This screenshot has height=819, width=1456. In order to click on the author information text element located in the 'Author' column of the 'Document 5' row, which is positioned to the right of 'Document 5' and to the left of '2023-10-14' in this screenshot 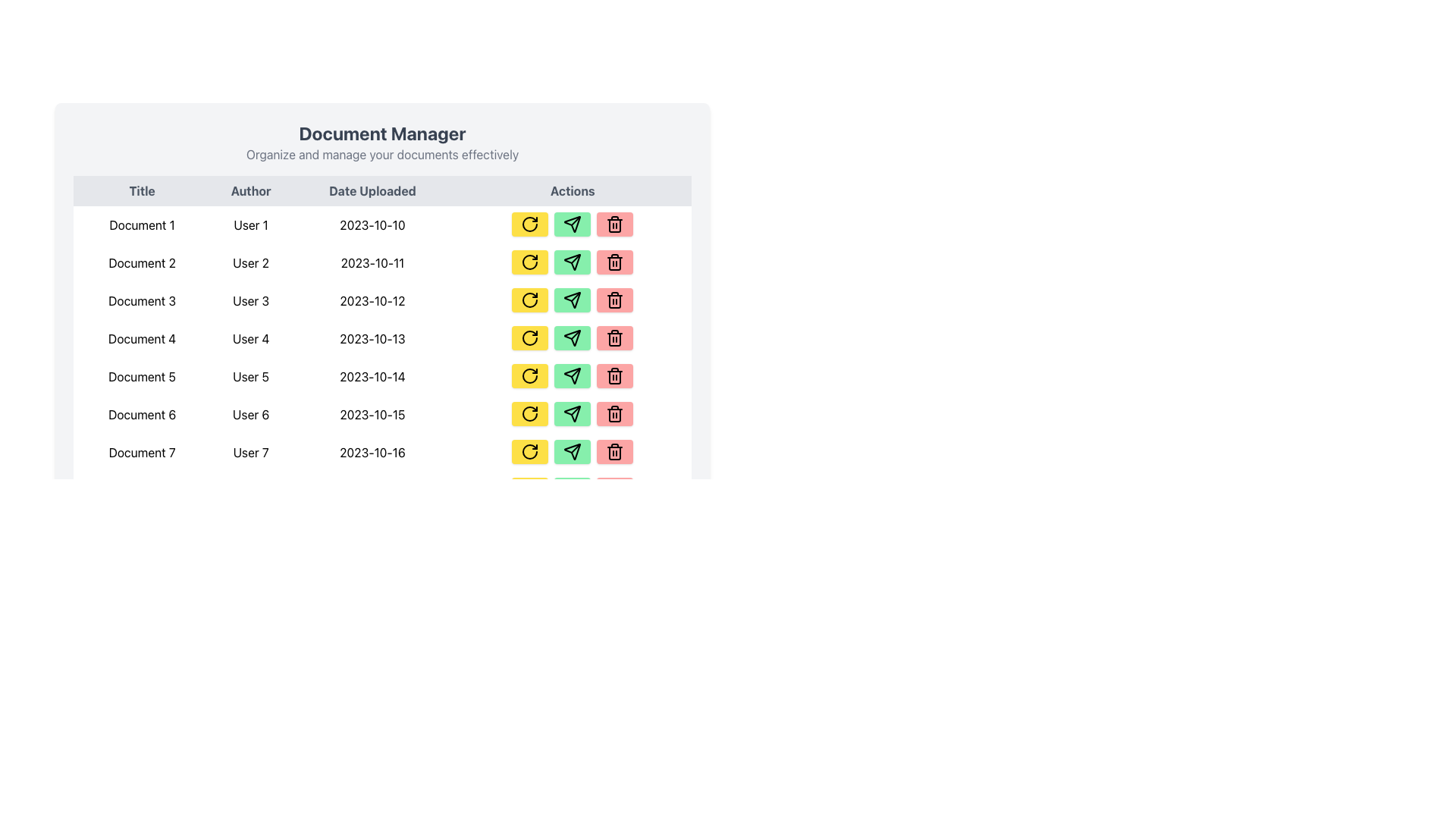, I will do `click(251, 376)`.